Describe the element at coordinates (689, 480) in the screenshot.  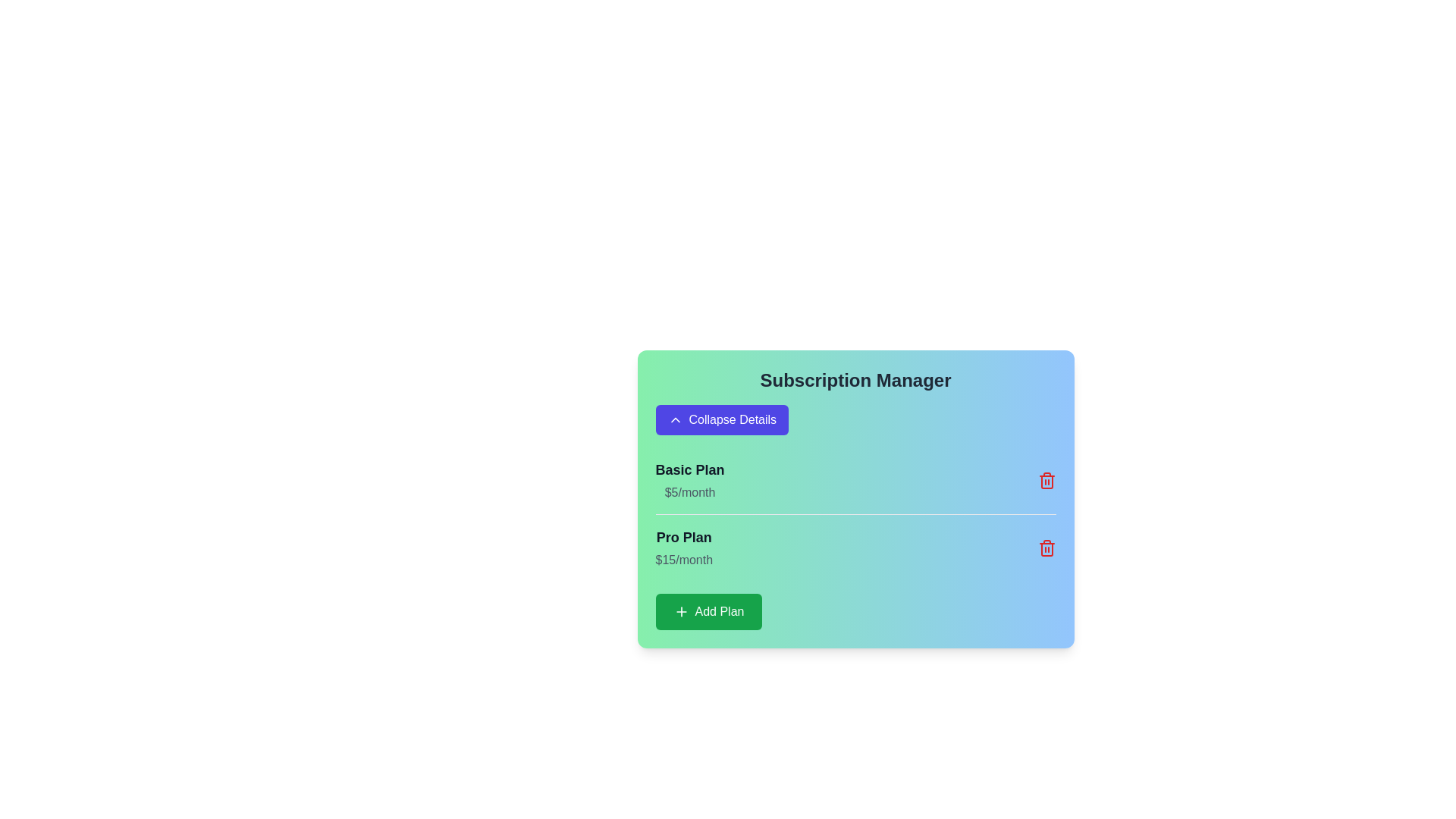
I see `the informative text area that displays the name and cost of the 'Basic Plan' subscription option, located directly below the 'Collapse Details' button` at that location.